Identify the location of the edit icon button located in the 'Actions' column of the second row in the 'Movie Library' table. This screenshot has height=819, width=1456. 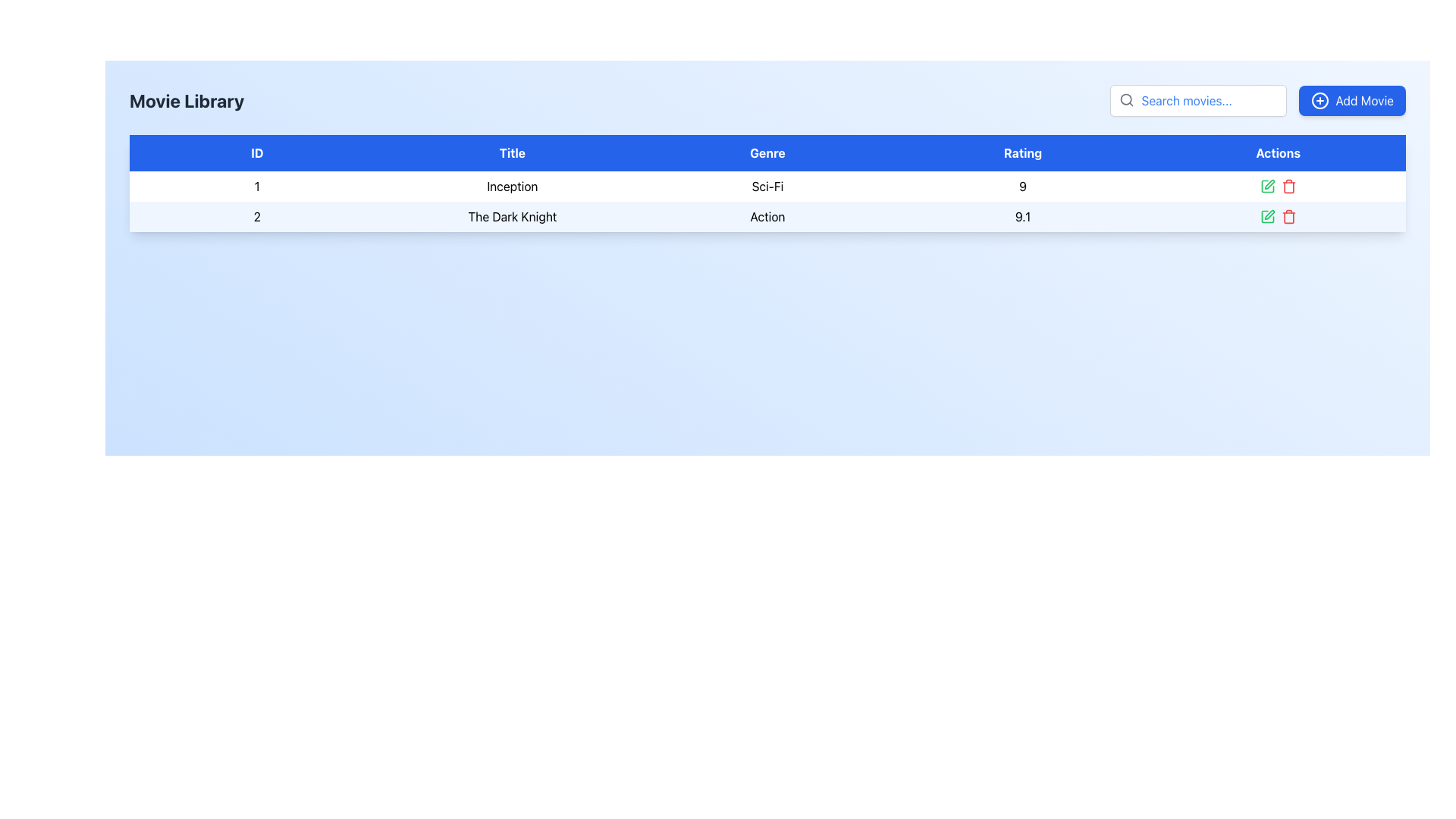
(1269, 215).